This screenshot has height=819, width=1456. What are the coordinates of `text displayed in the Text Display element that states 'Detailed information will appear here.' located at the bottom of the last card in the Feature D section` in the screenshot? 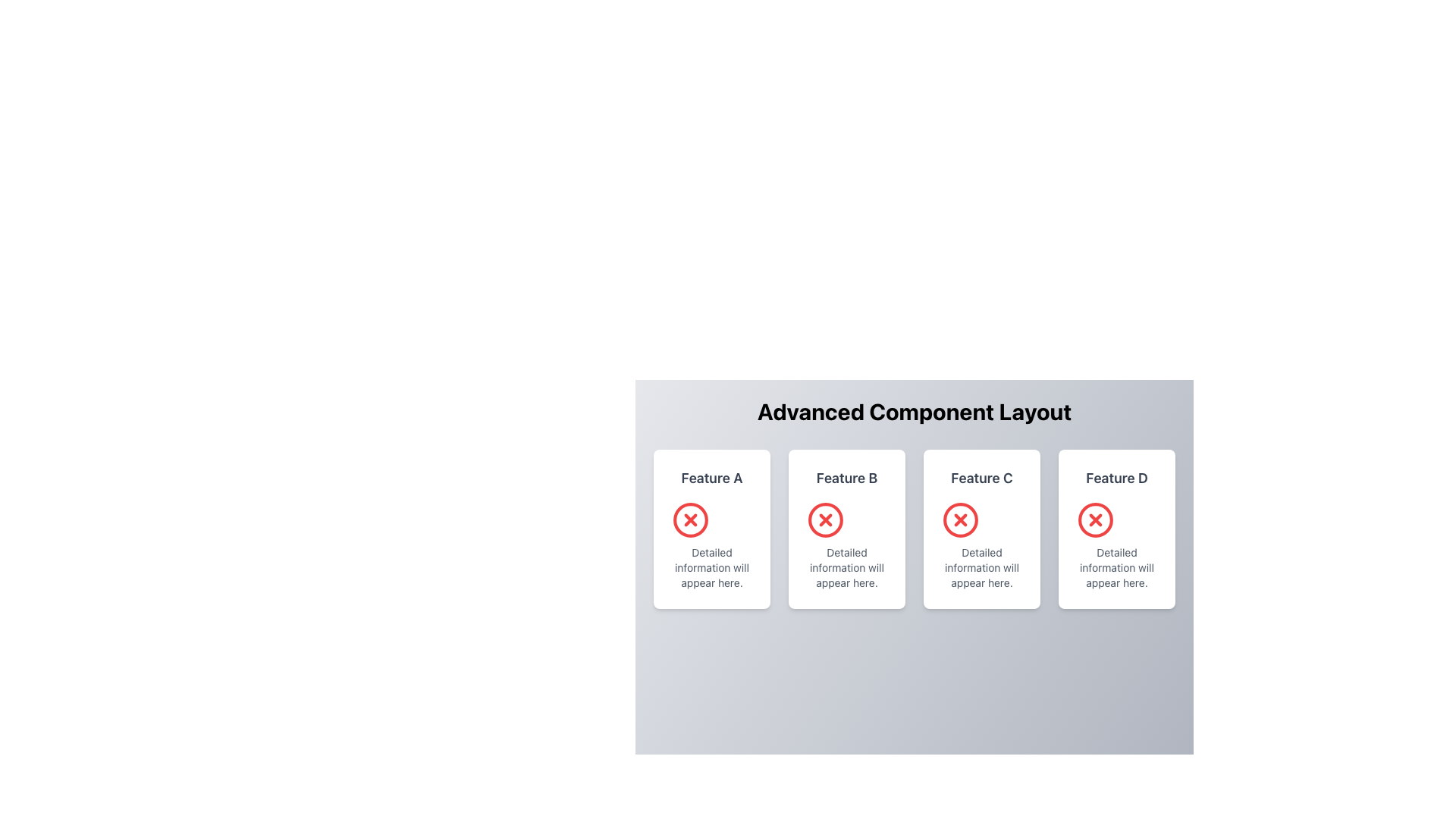 It's located at (1117, 567).